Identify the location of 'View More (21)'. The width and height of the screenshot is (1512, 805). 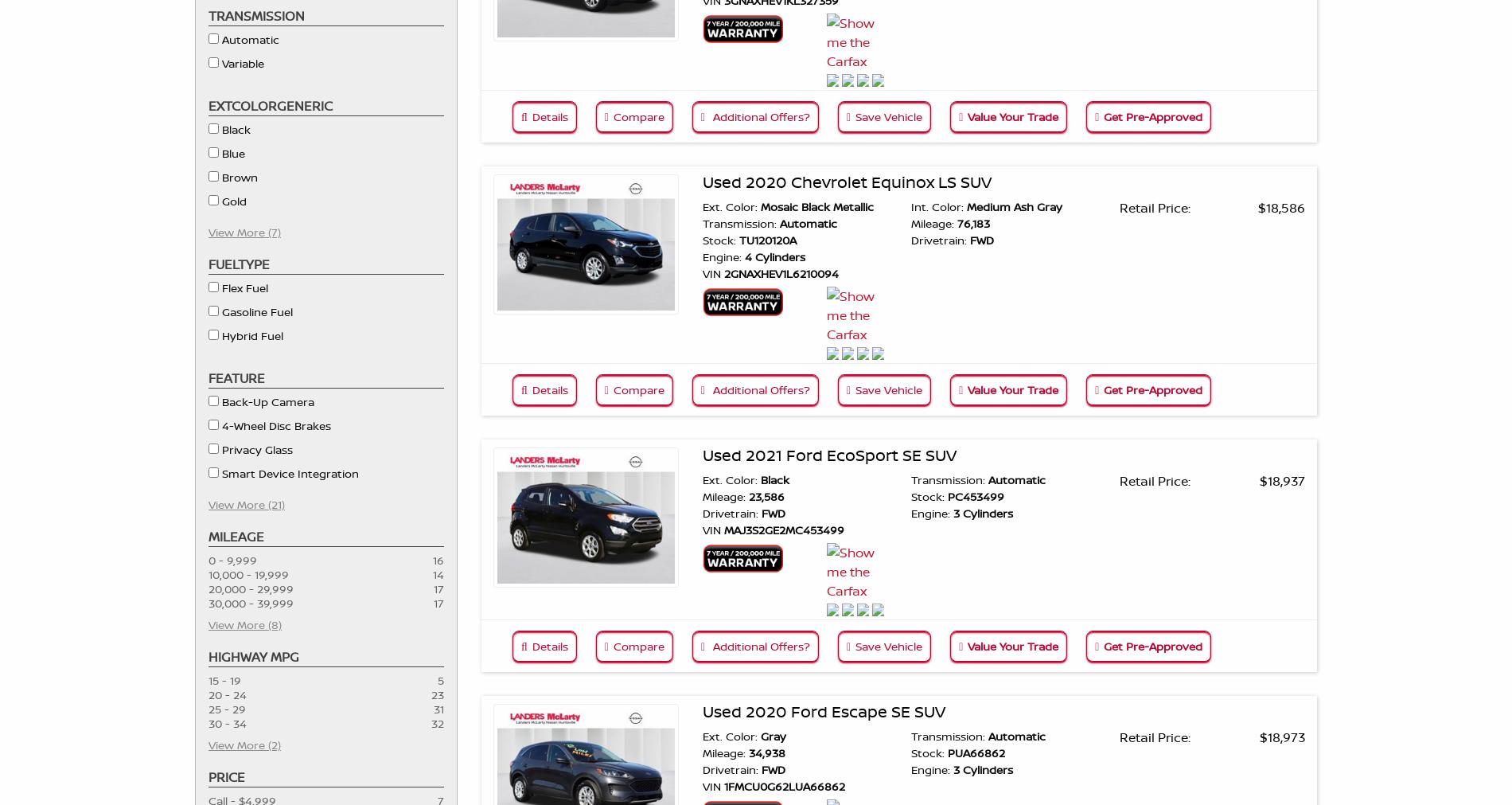
(208, 503).